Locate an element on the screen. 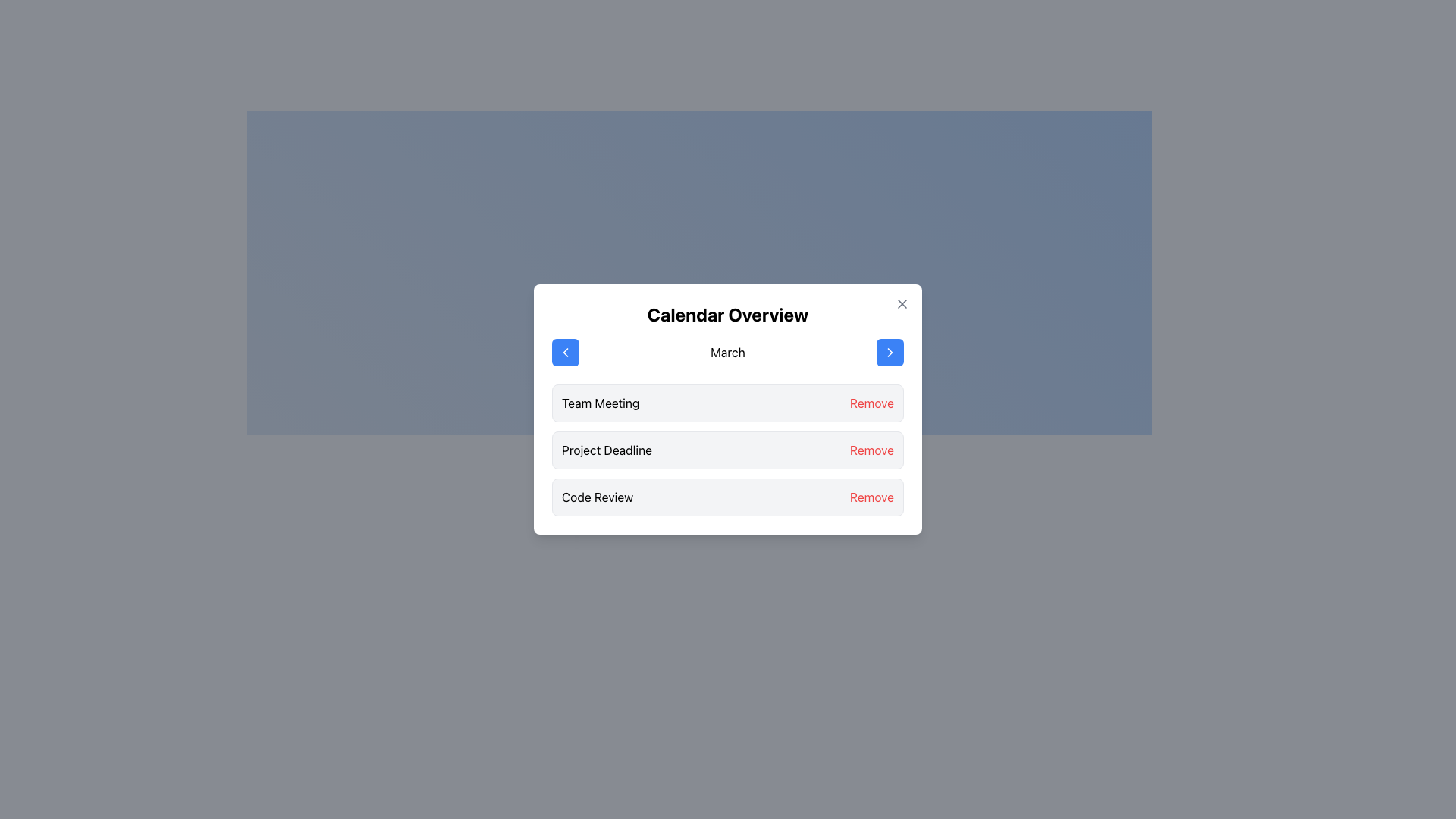 The image size is (1456, 819). the chevron-right arrow icon in the toolbar is located at coordinates (890, 353).